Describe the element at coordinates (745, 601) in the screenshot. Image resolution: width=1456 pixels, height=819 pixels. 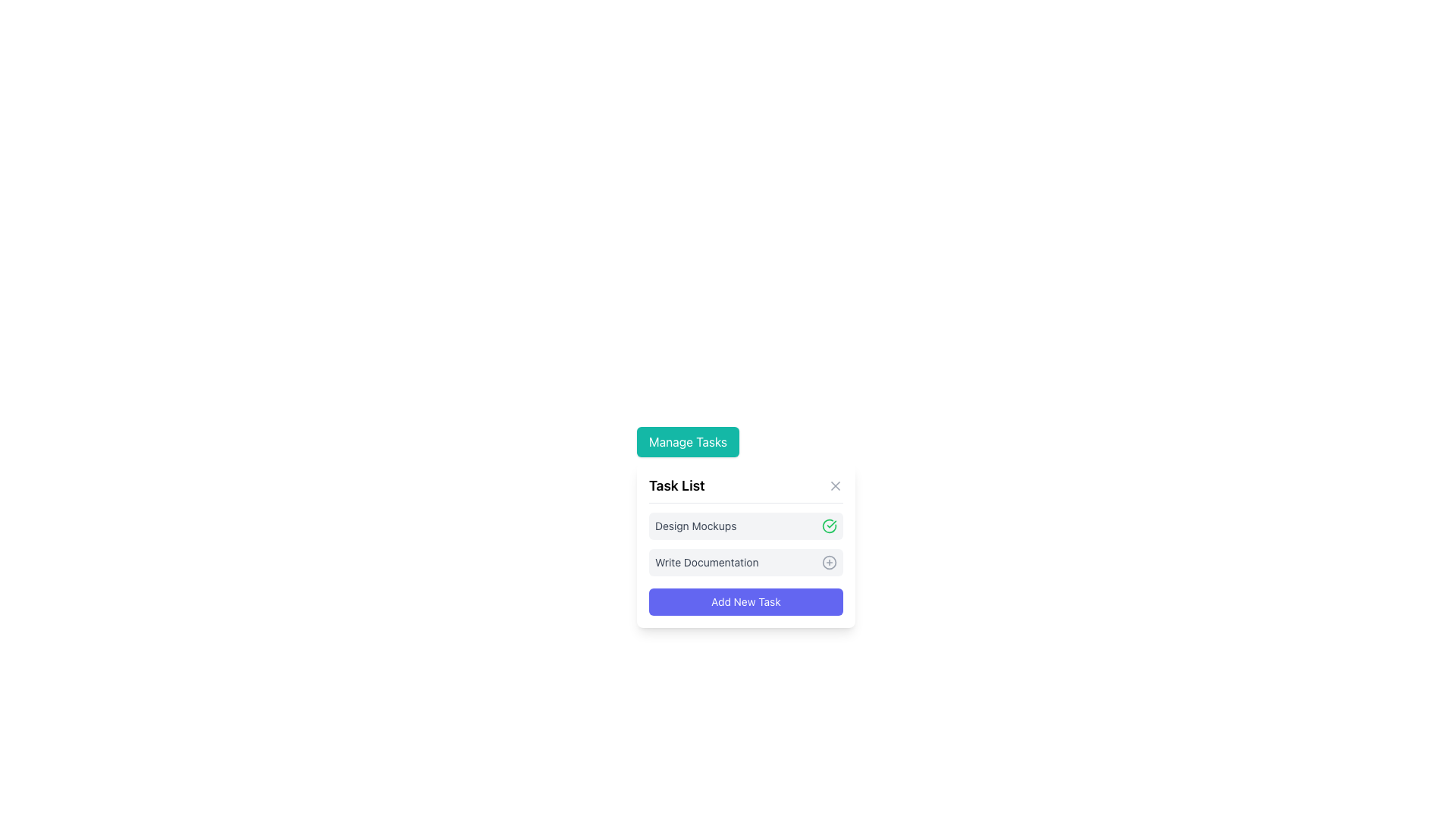
I see `the 'Add New Task' button located at the bottom of the task management interface, beneath the listed tasks 'Design Mockups' and 'Write Documentation'` at that location.